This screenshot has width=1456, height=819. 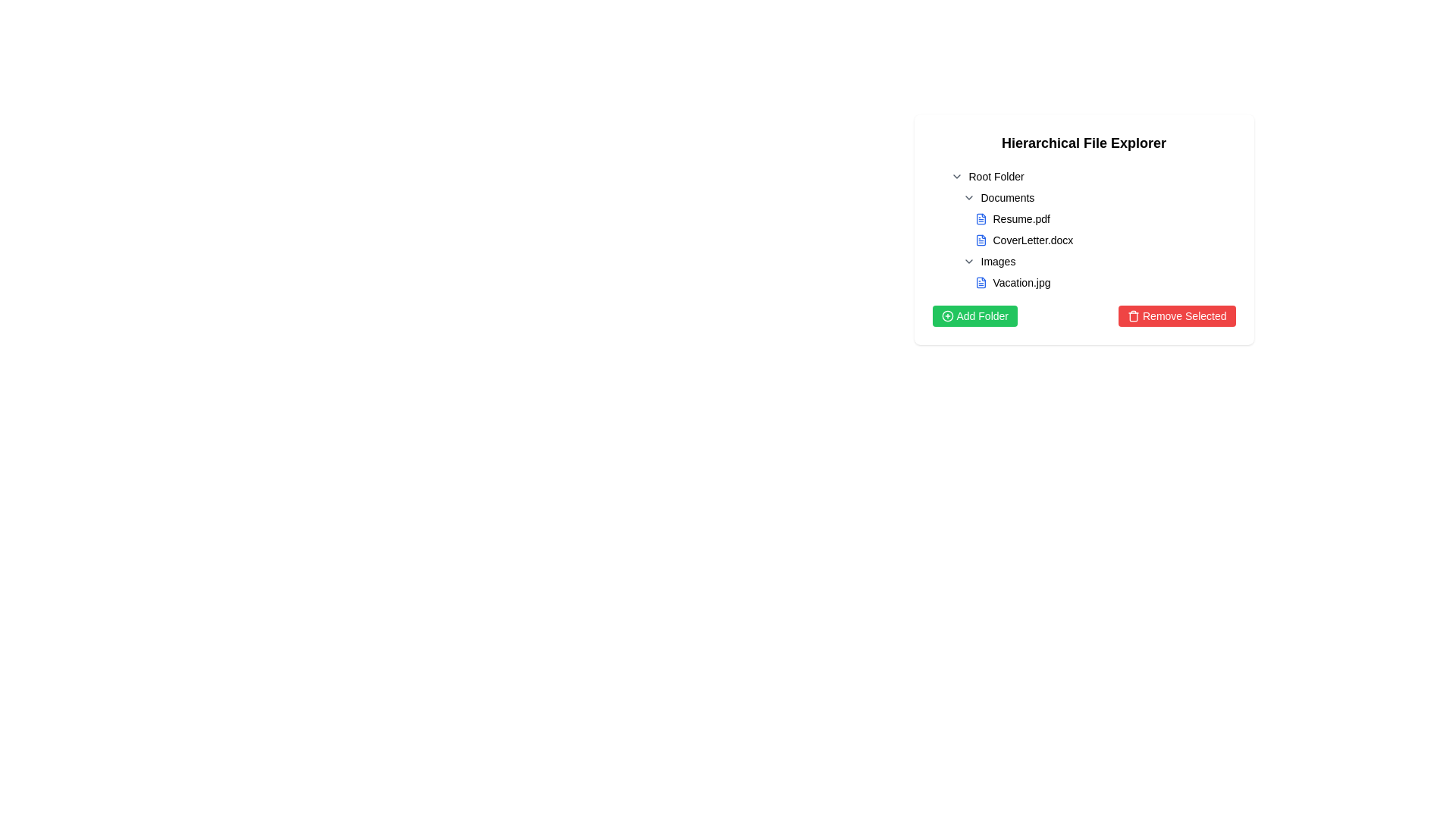 I want to click on the file item entry representing 'Vacation.jpg' in the 'Images' folder, so click(x=1096, y=283).